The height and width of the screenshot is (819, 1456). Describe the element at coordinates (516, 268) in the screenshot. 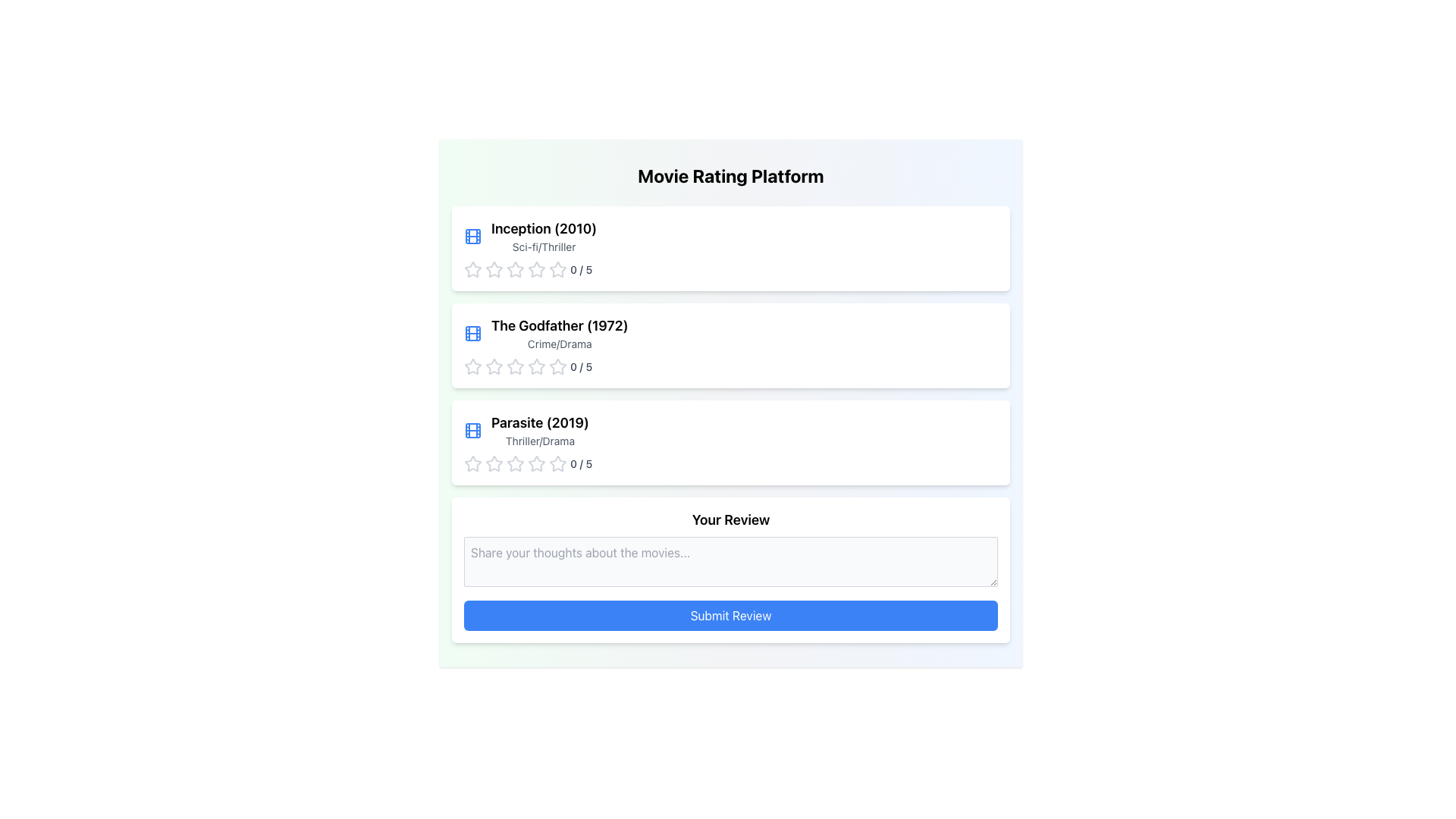

I see `the first star rating icon for the movie 'Inception (2010)', which allows the user to assign a 1-star rating` at that location.